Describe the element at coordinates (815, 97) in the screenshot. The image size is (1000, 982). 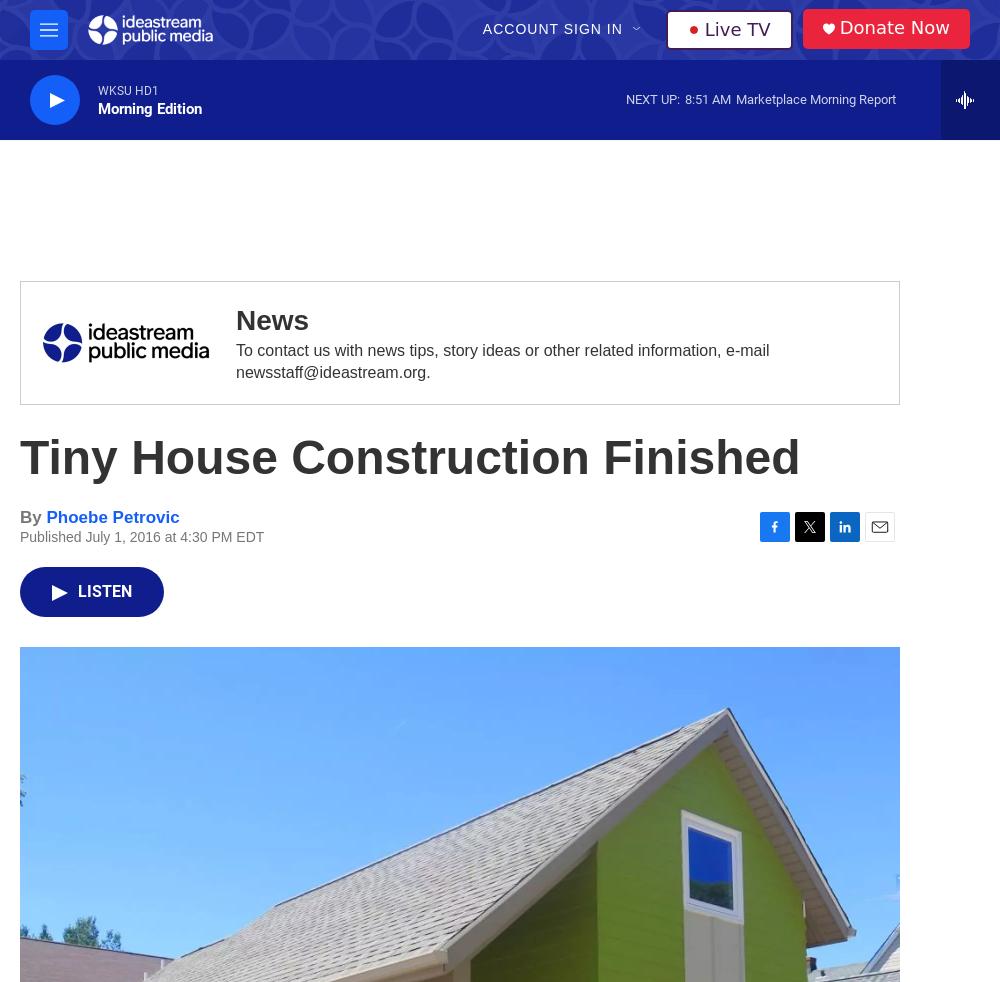
I see `'Marketplace Morning Report'` at that location.